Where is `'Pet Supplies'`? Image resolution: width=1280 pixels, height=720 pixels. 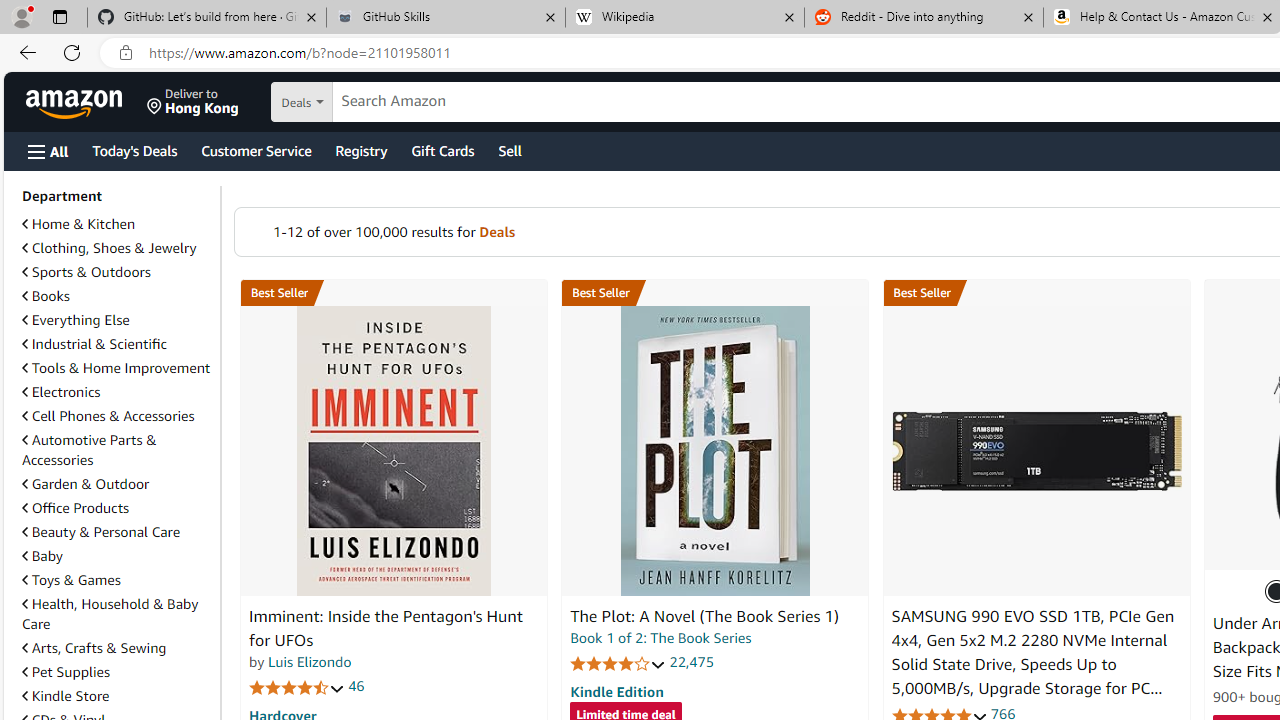
'Pet Supplies' is located at coordinates (116, 671).